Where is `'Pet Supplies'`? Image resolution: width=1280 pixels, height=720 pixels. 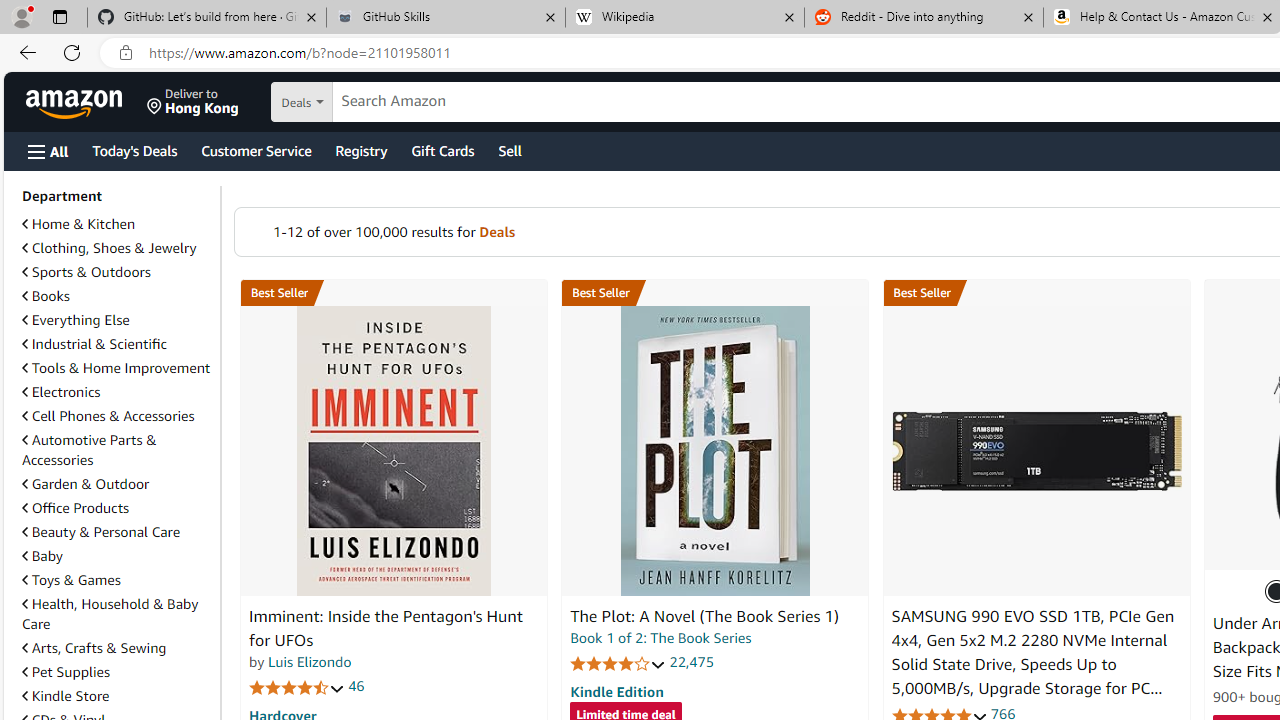
'Pet Supplies' is located at coordinates (116, 671).